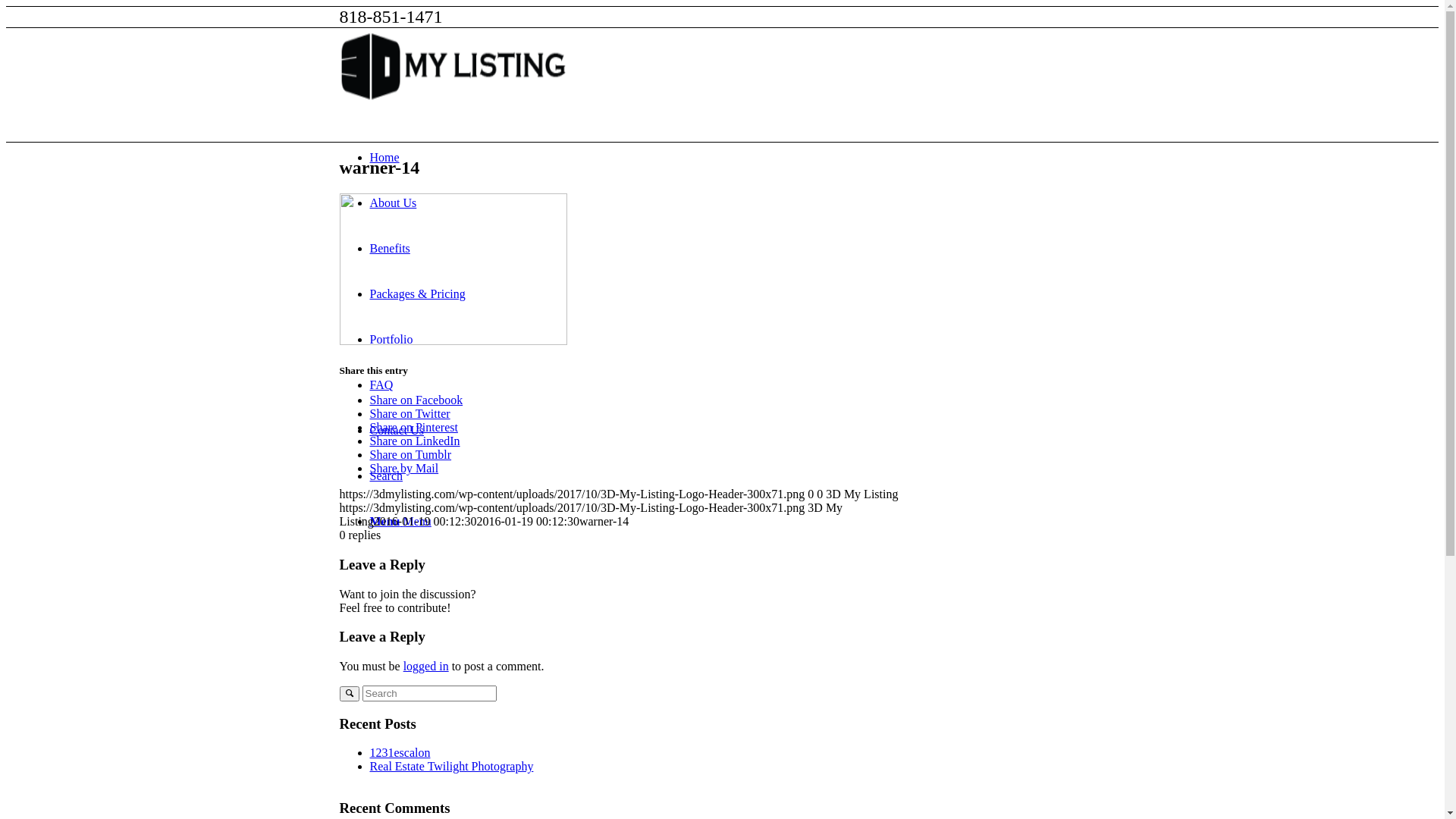 Image resolution: width=1456 pixels, height=819 pixels. Describe the element at coordinates (390, 247) in the screenshot. I see `'Benefits'` at that location.